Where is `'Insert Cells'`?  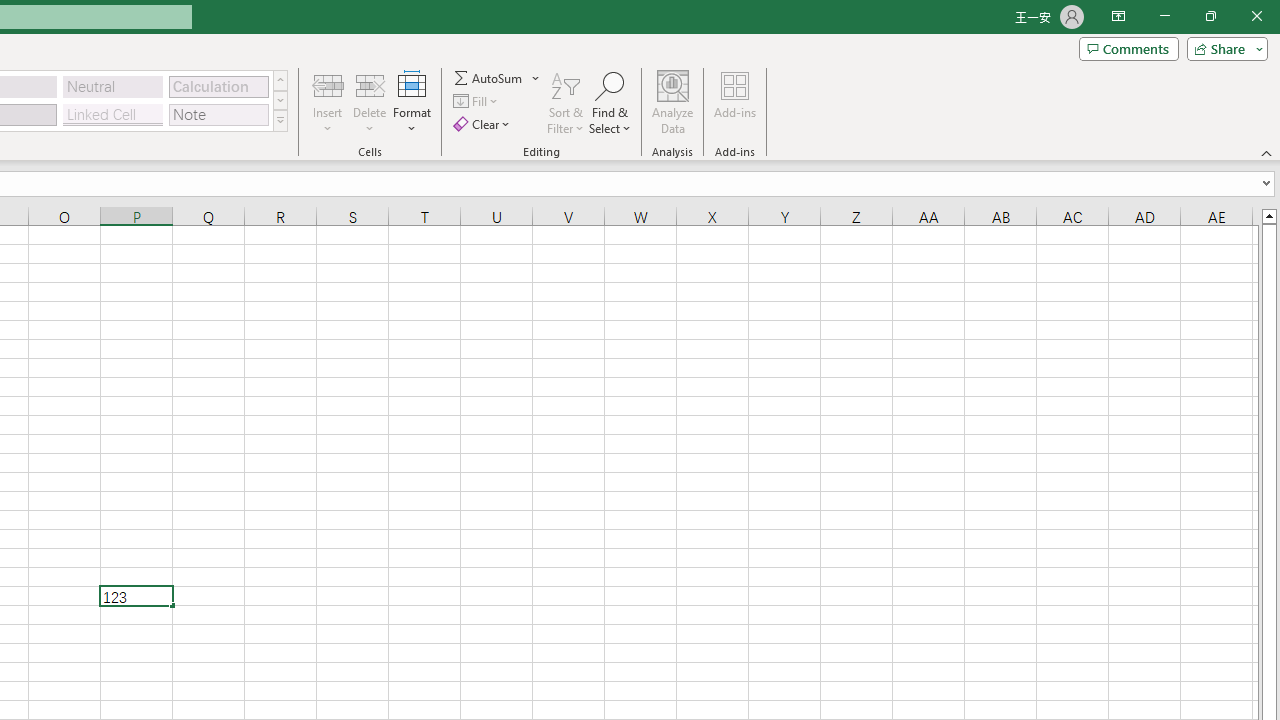 'Insert Cells' is located at coordinates (328, 84).